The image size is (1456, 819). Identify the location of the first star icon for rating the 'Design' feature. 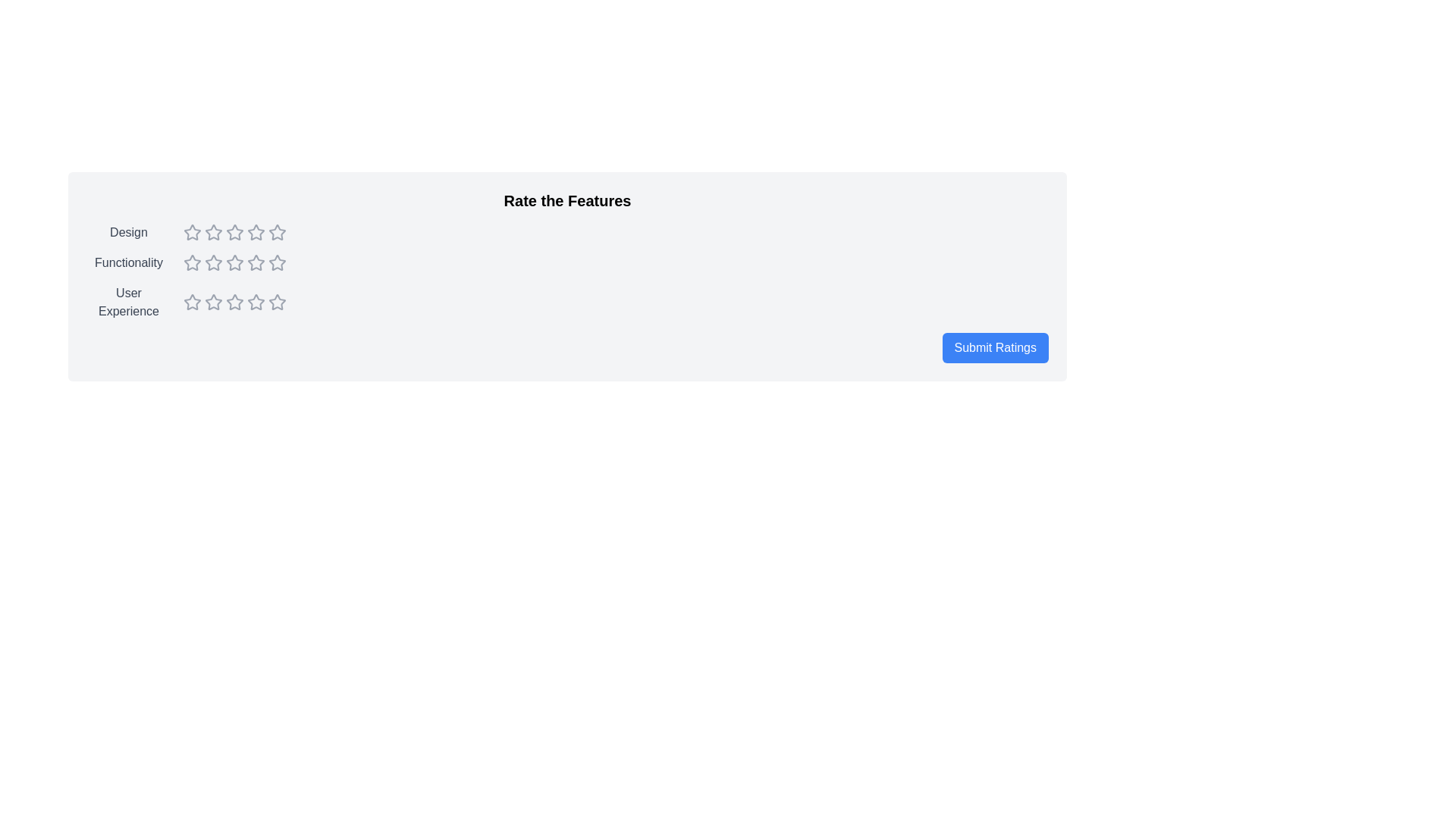
(192, 232).